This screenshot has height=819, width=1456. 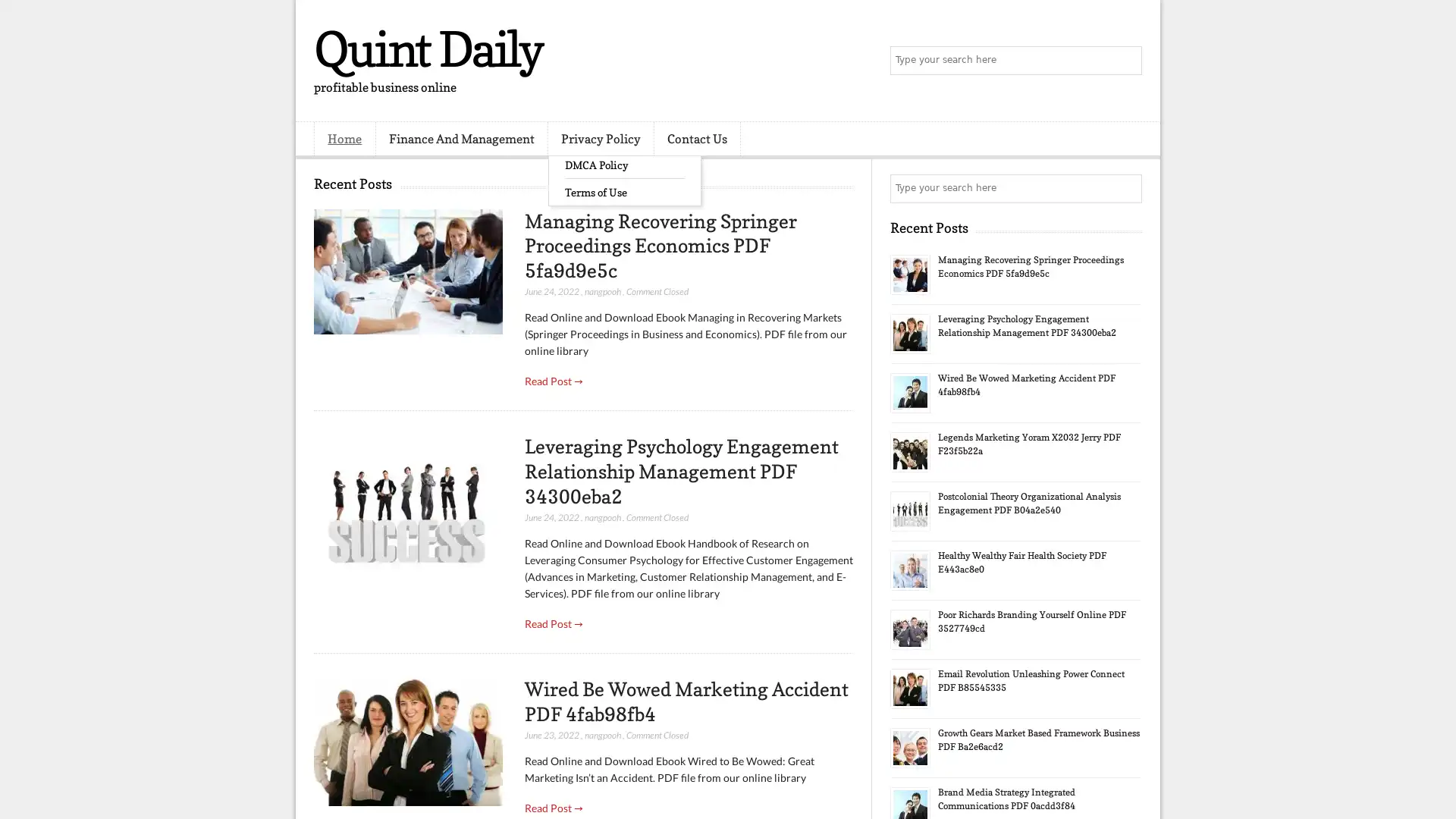 I want to click on Search, so click(x=1126, y=61).